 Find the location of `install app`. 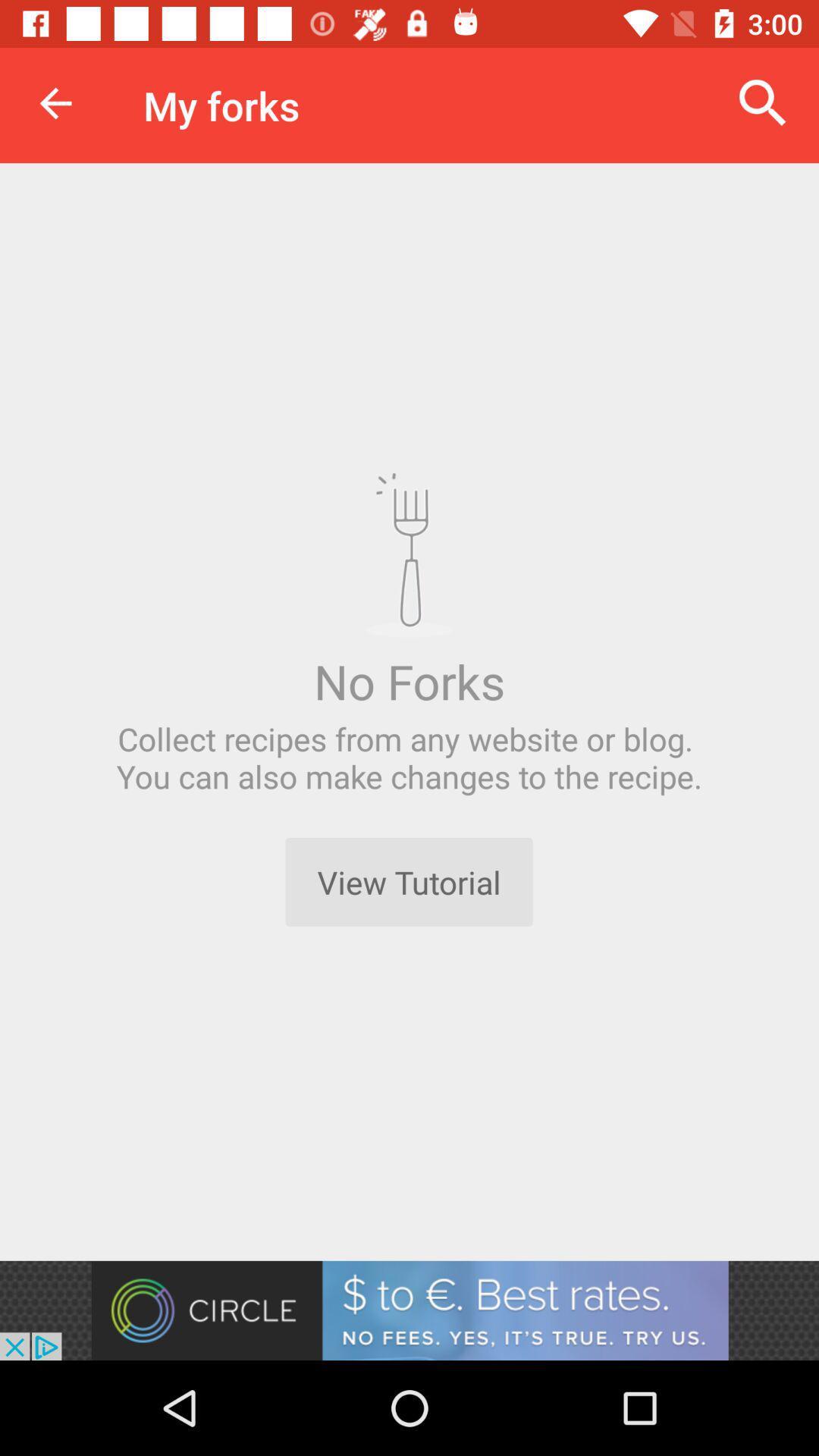

install app is located at coordinates (409, 1310).